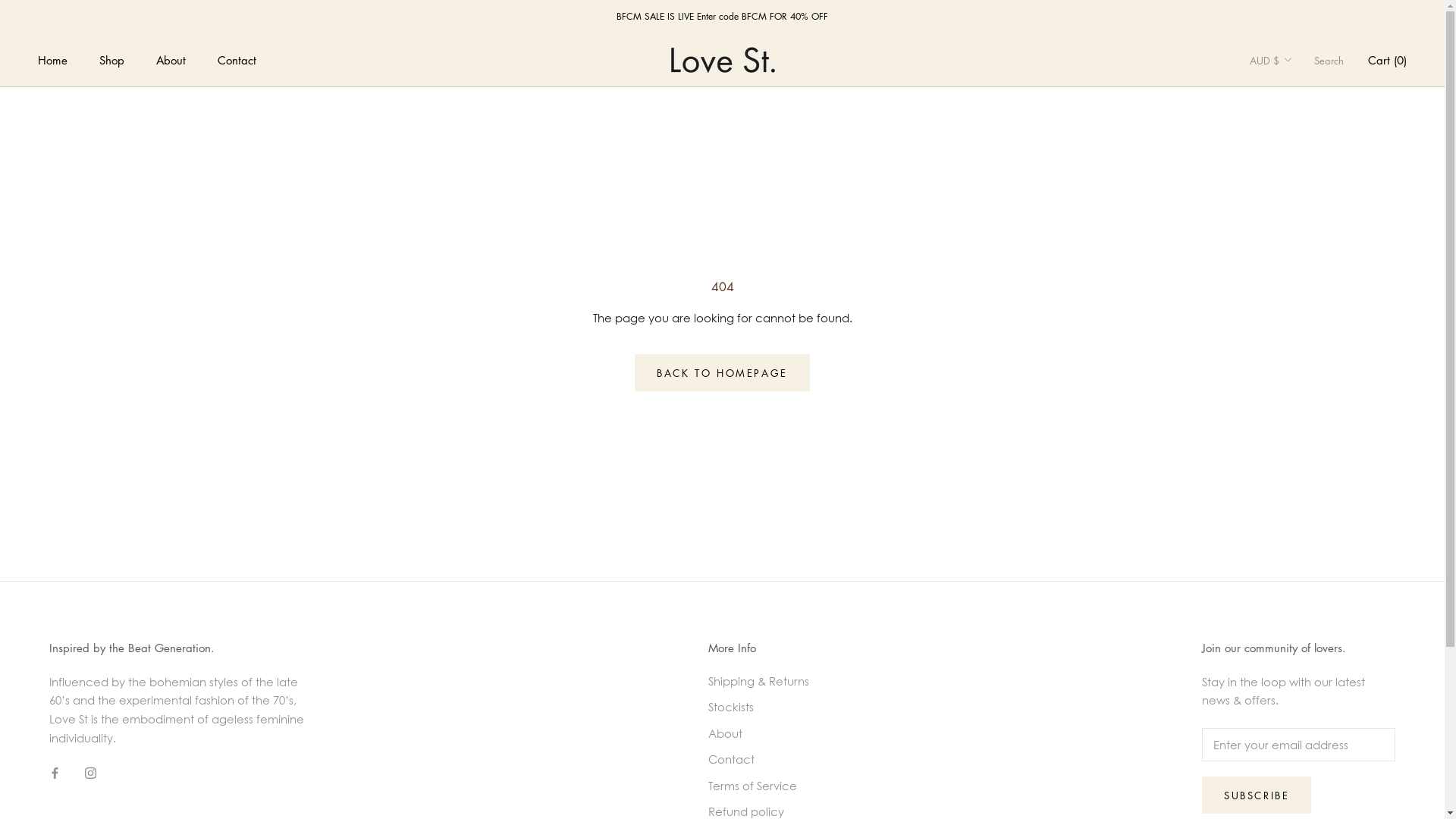 Image resolution: width=1456 pixels, height=819 pixels. What do you see at coordinates (758, 759) in the screenshot?
I see `'Contact'` at bounding box center [758, 759].